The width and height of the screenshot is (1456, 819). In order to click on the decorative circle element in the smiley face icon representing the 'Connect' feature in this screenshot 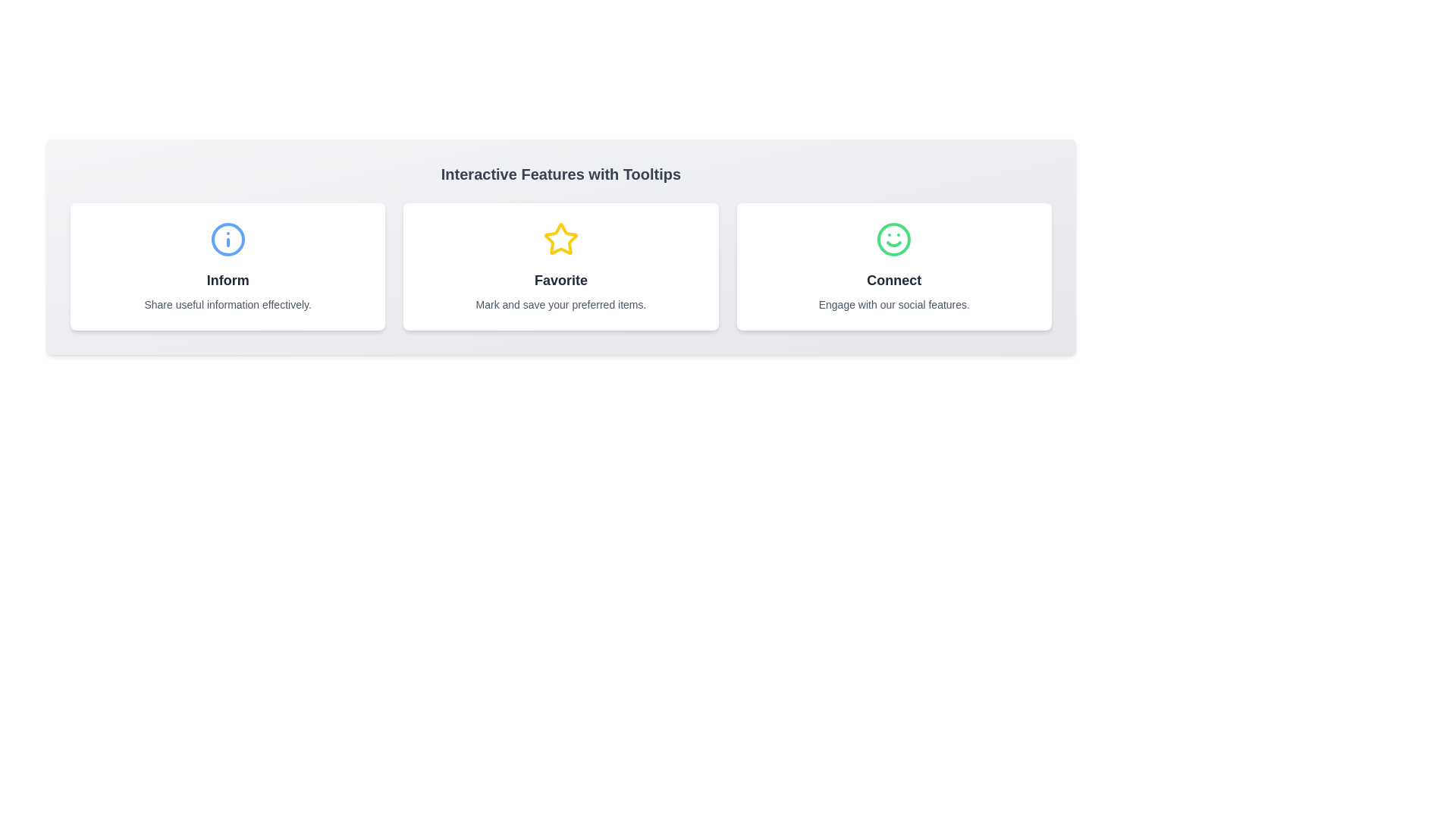, I will do `click(894, 239)`.